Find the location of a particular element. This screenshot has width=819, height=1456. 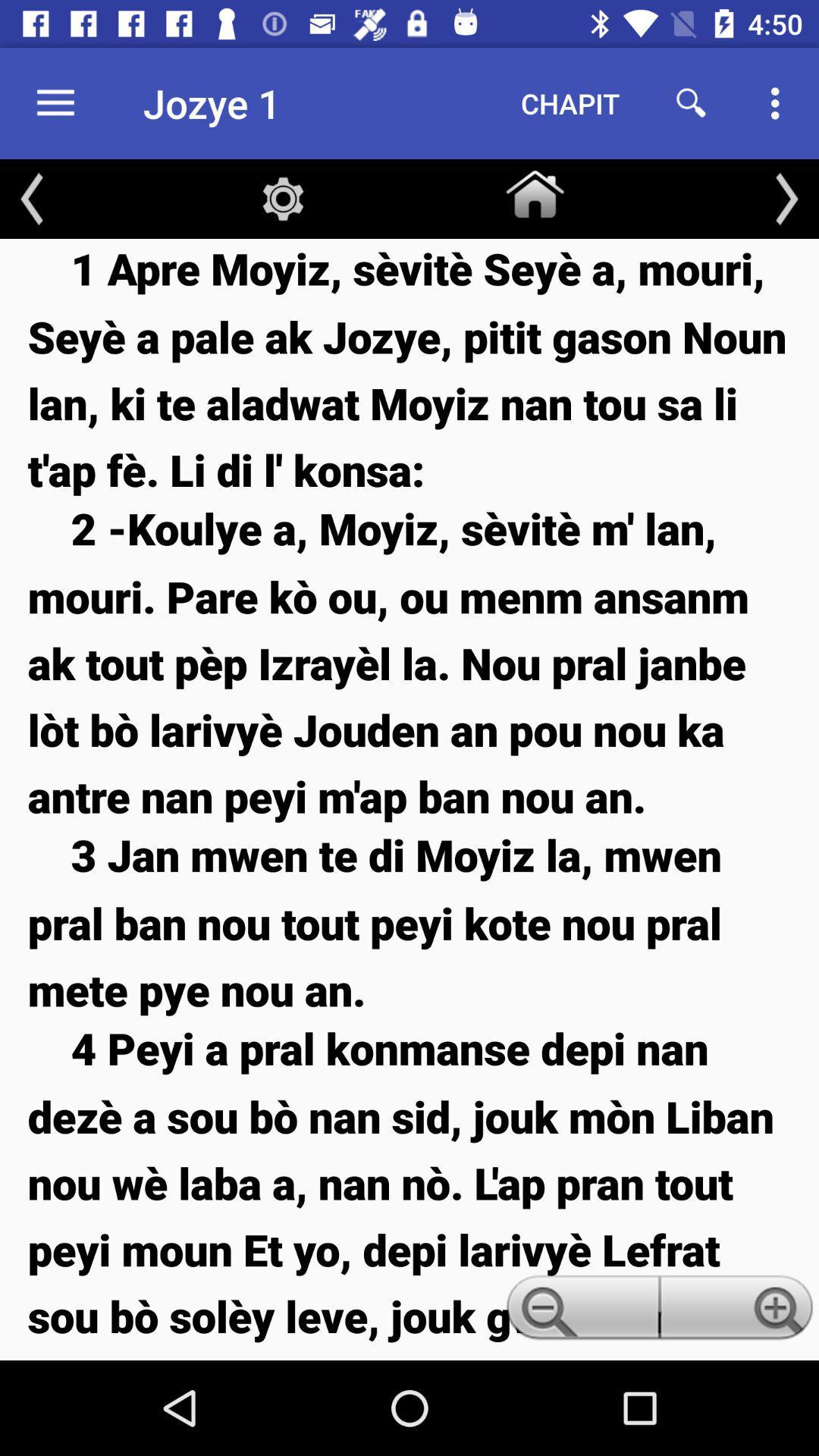

4 peyi a icon is located at coordinates (409, 1188).